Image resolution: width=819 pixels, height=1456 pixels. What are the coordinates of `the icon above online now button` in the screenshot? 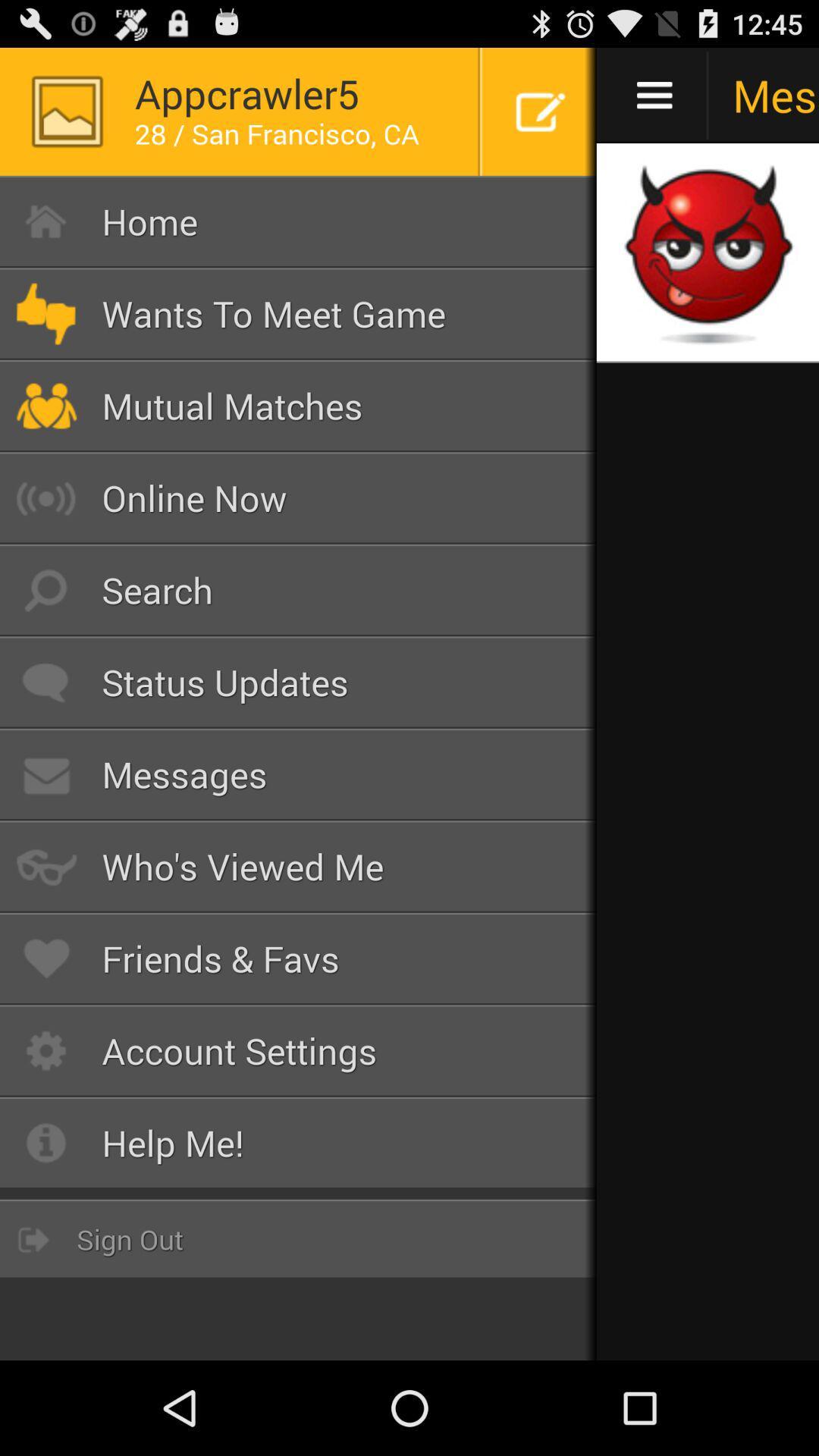 It's located at (298, 406).